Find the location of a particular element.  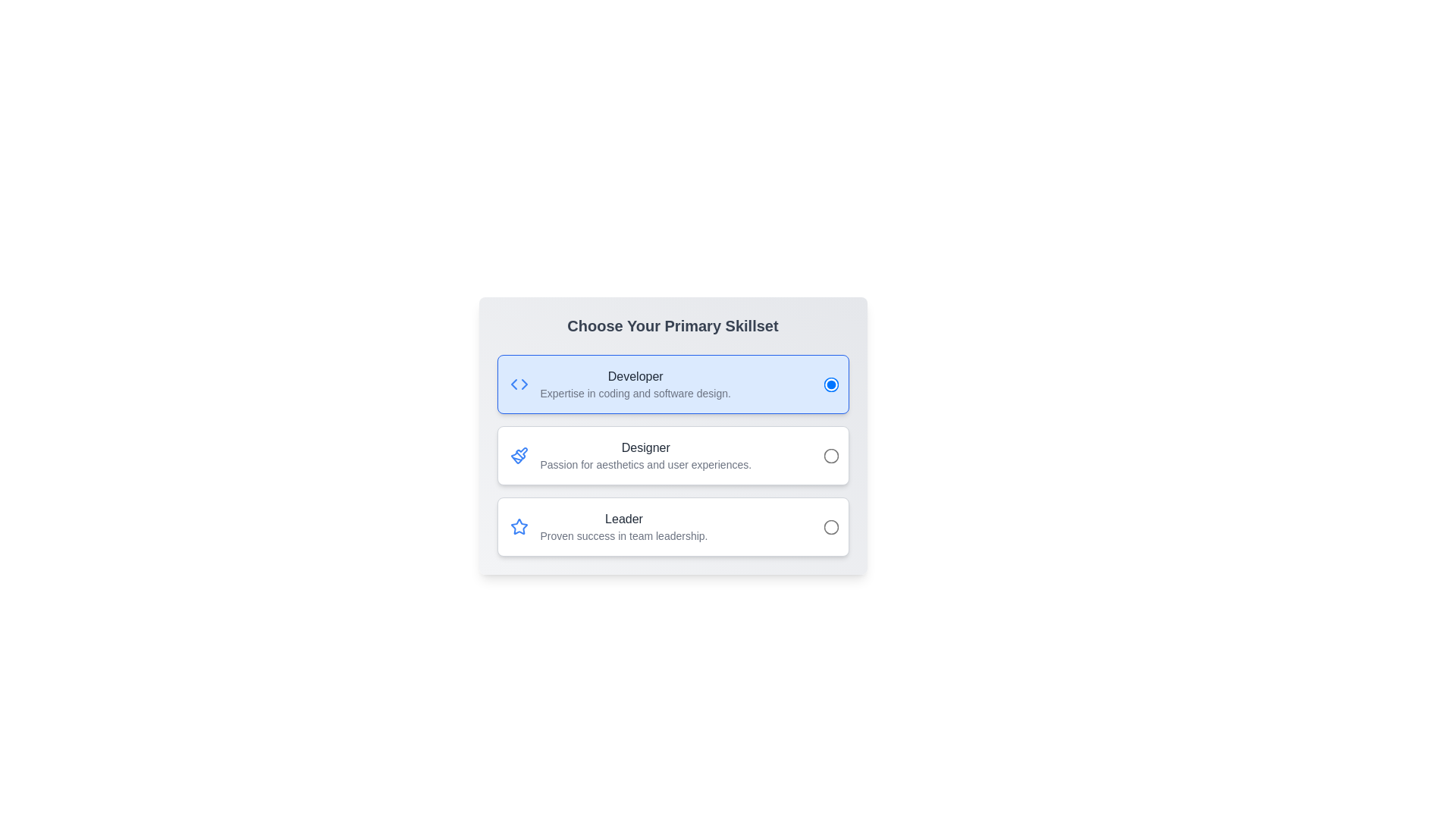

the star-shaped icon with a blue outline next to the 'Designer' text label under 'Choose Your Primary Skillset' is located at coordinates (519, 526).